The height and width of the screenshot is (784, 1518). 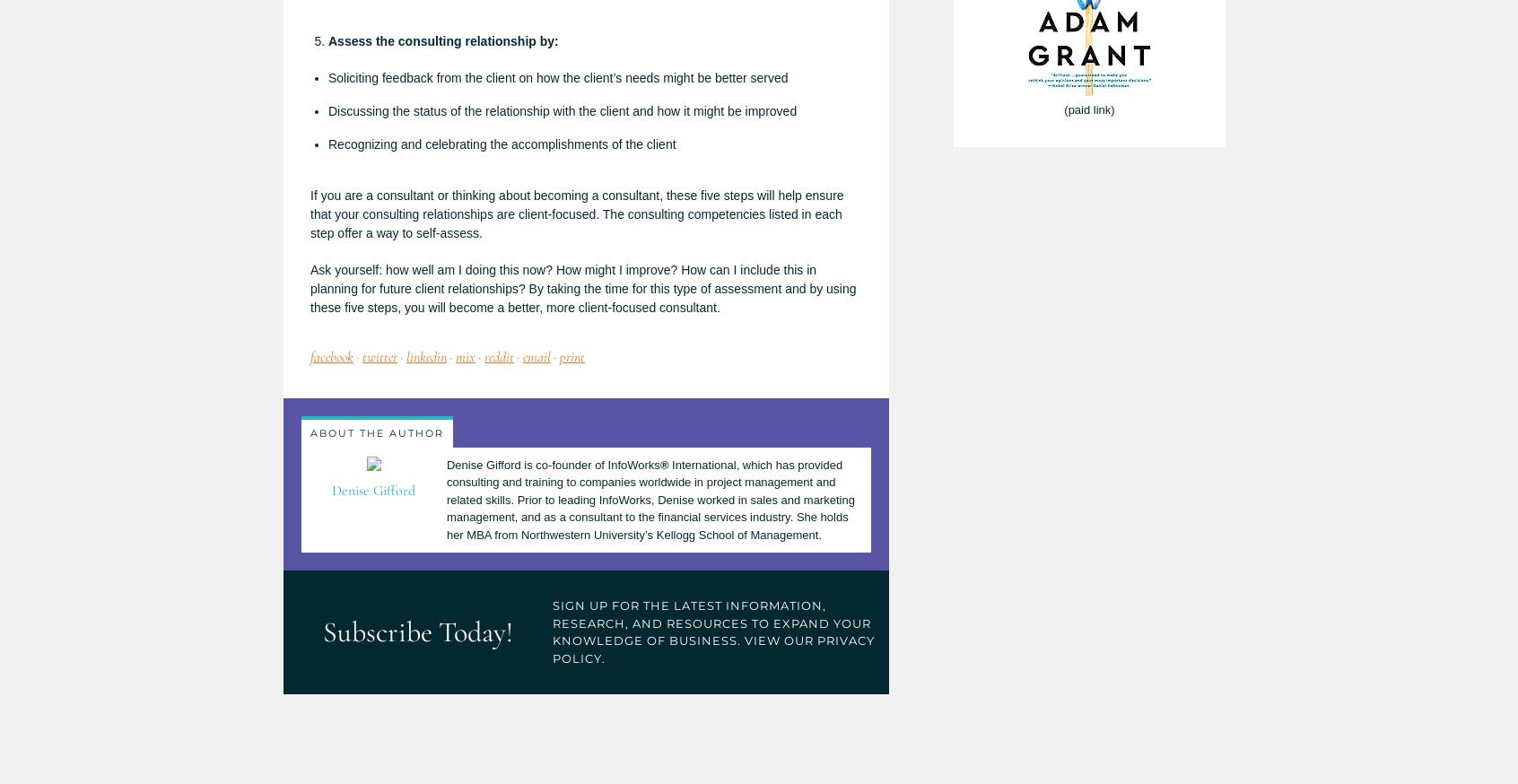 I want to click on 'Soliciting feedback from the client on how the client’s needs might be better served', so click(x=327, y=77).